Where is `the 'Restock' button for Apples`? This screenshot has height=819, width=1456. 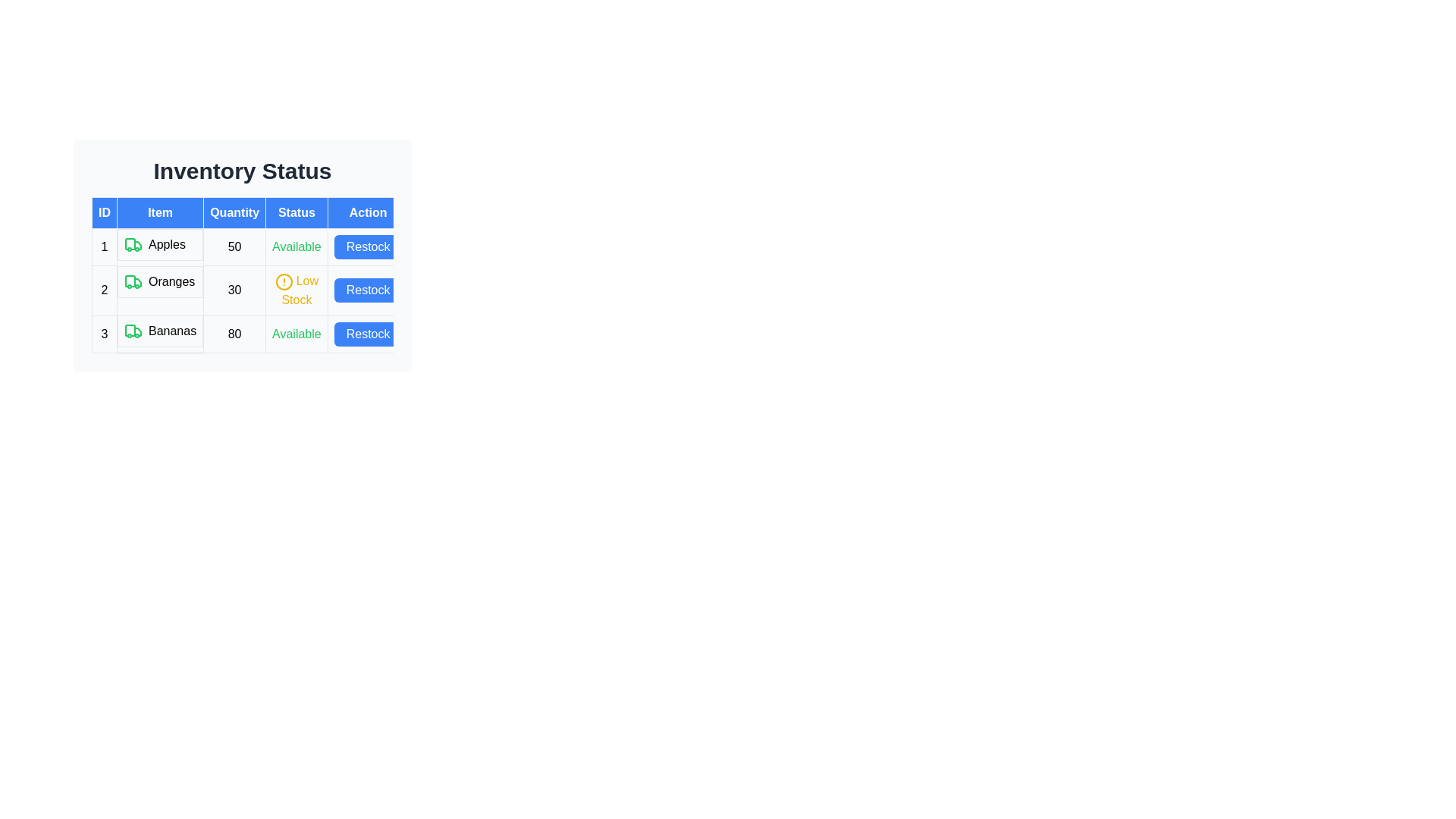 the 'Restock' button for Apples is located at coordinates (368, 246).